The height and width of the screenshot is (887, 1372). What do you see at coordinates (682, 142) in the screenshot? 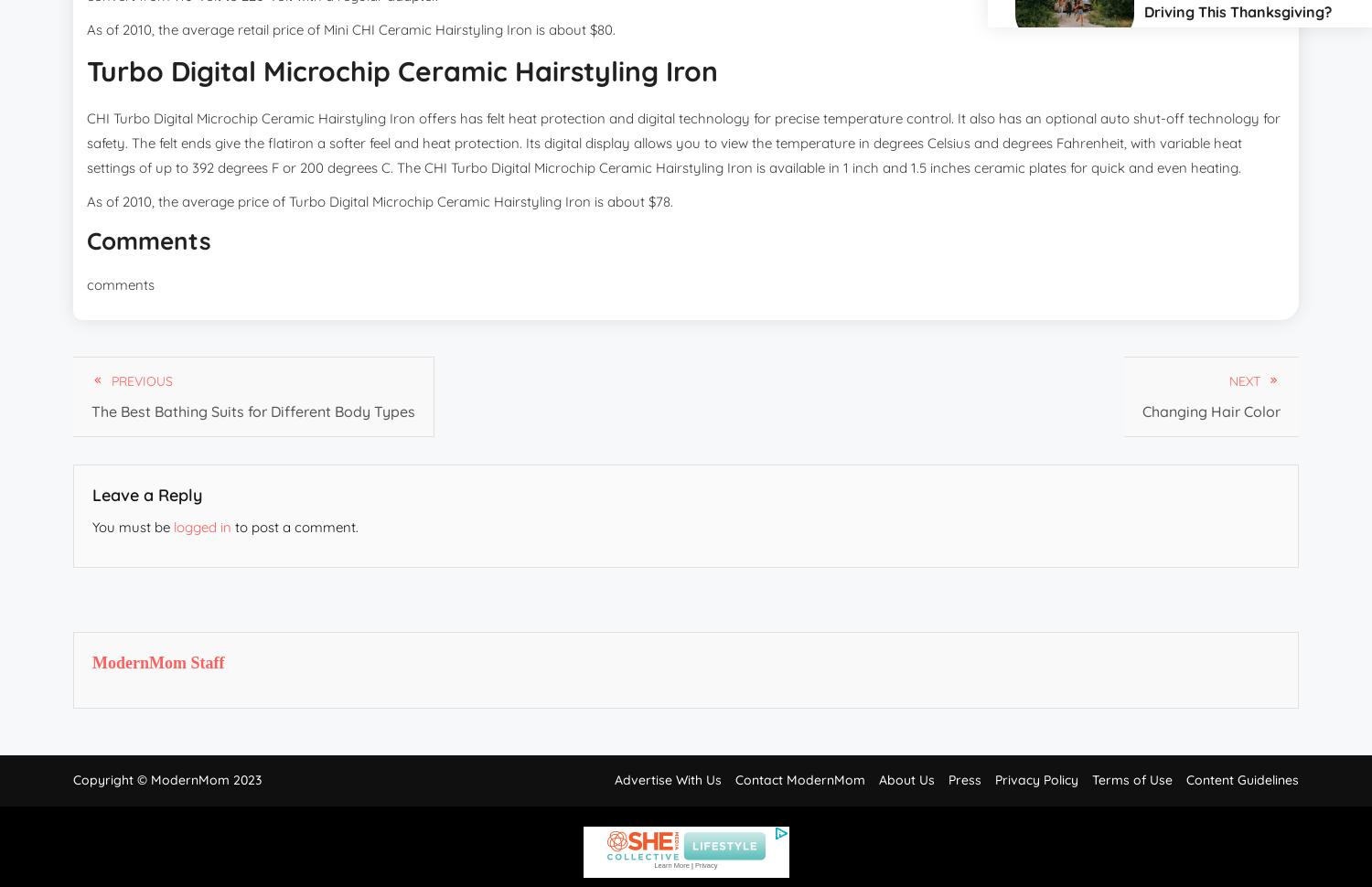
I see `'CHI Turbo Digital Microchip Ceramic Hairstyling Iron offers has felt heat protection and digital technology for precise temperature control. It also has an optional auto shut-off technology for safety. The felt ends give the flatiron a softer feel and heat protection. Its digital display allows you to view the temperature in degrees Celsius and degrees Fahrenheit, with variable heat settings of up to 392 degrees F or 200 degrees C. The CHI Turbo Digital Microchip Ceramic Hairstyling Iron is available in 1 inch and 1.5 inches ceramic plates for quick and even heating.'` at bounding box center [682, 142].